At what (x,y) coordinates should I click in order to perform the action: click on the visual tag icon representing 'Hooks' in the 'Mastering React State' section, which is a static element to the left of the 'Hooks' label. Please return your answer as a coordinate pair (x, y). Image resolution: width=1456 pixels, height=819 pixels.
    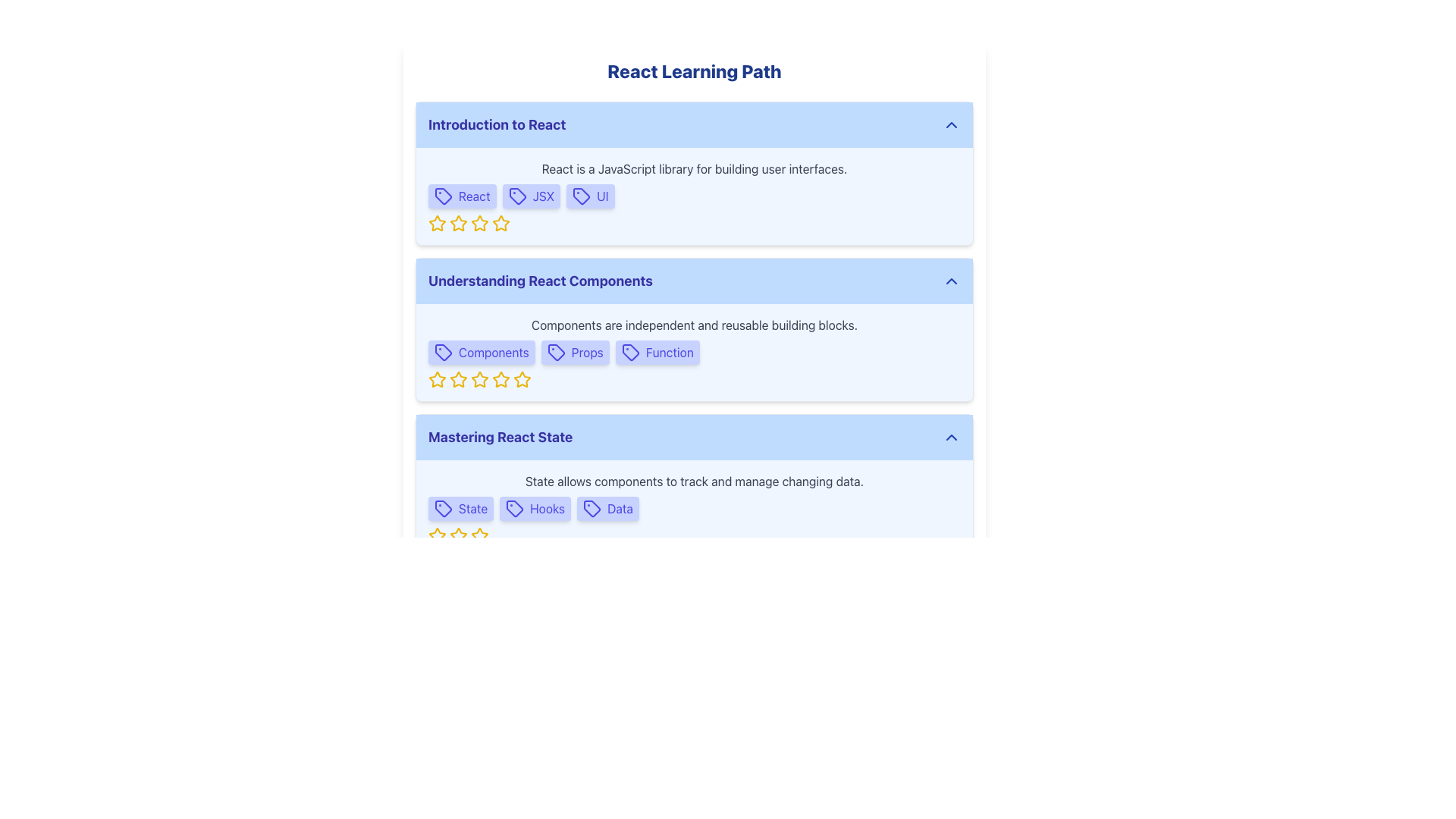
    Looking at the image, I should click on (515, 509).